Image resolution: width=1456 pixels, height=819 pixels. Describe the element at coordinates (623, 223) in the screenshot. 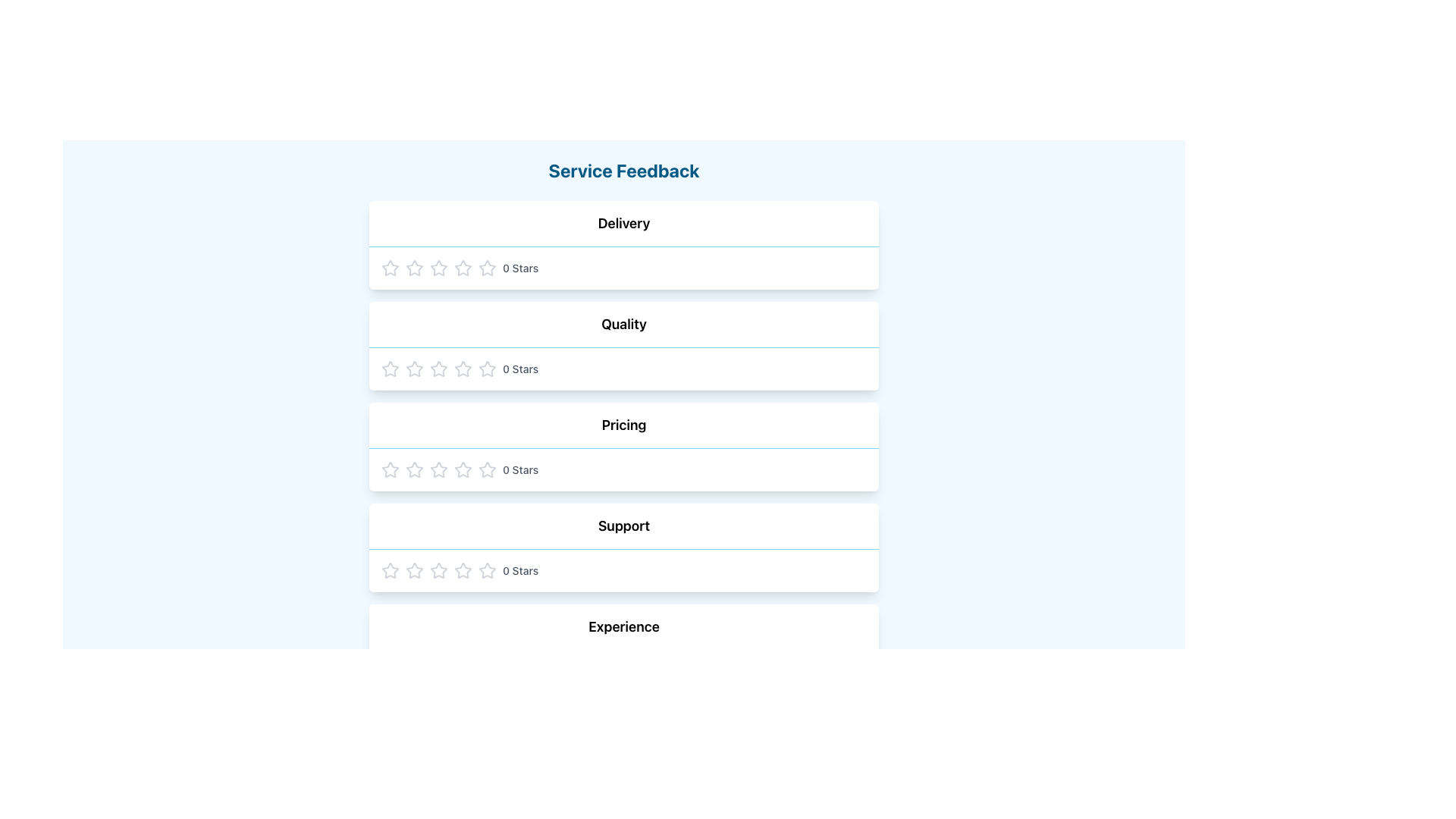

I see `the text label displaying 'Delivery' in bold, located above the star rating row in the 'Service Feedback' section` at that location.